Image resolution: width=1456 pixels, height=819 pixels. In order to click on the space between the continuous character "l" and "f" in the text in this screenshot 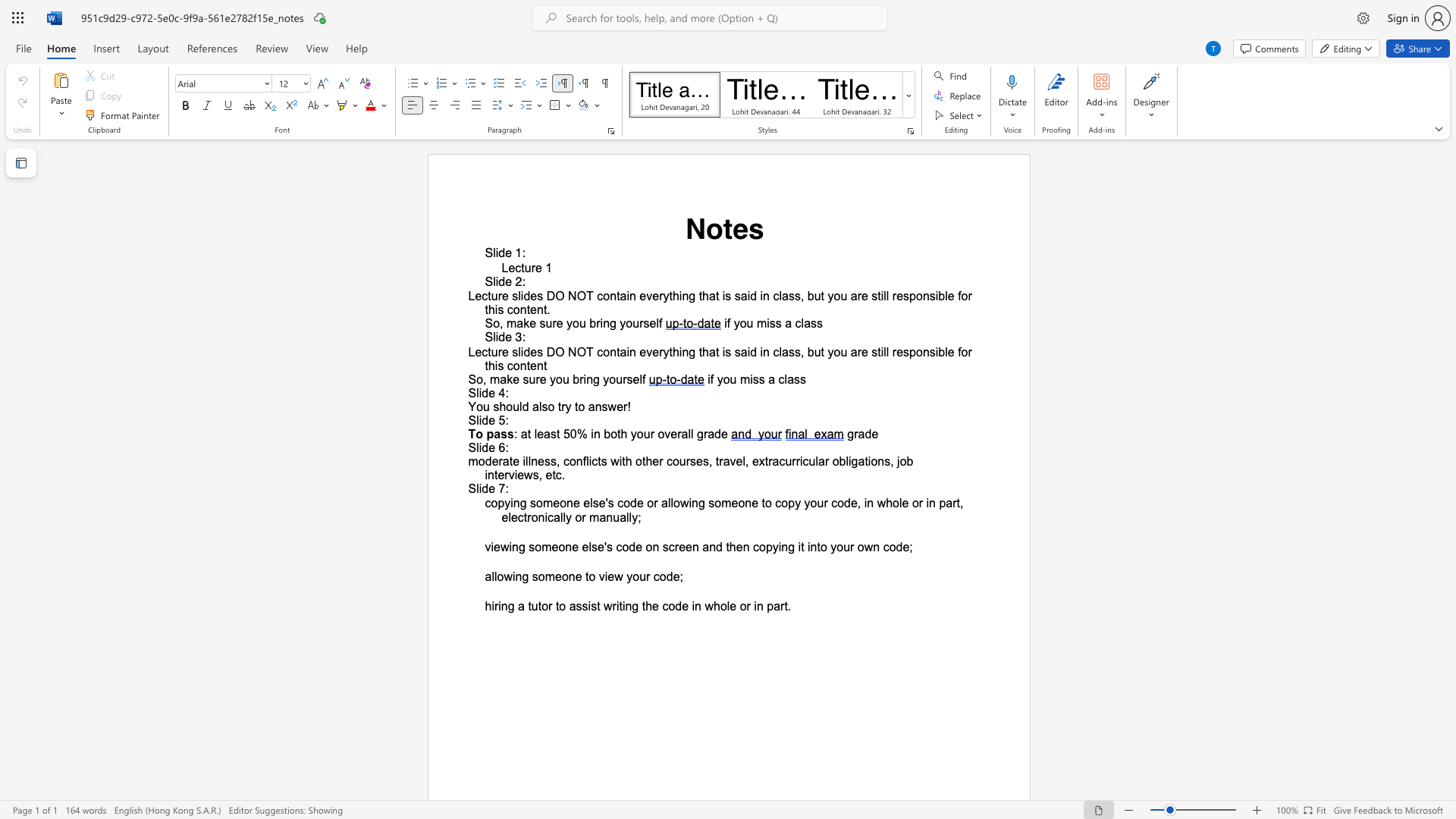, I will do `click(642, 378)`.